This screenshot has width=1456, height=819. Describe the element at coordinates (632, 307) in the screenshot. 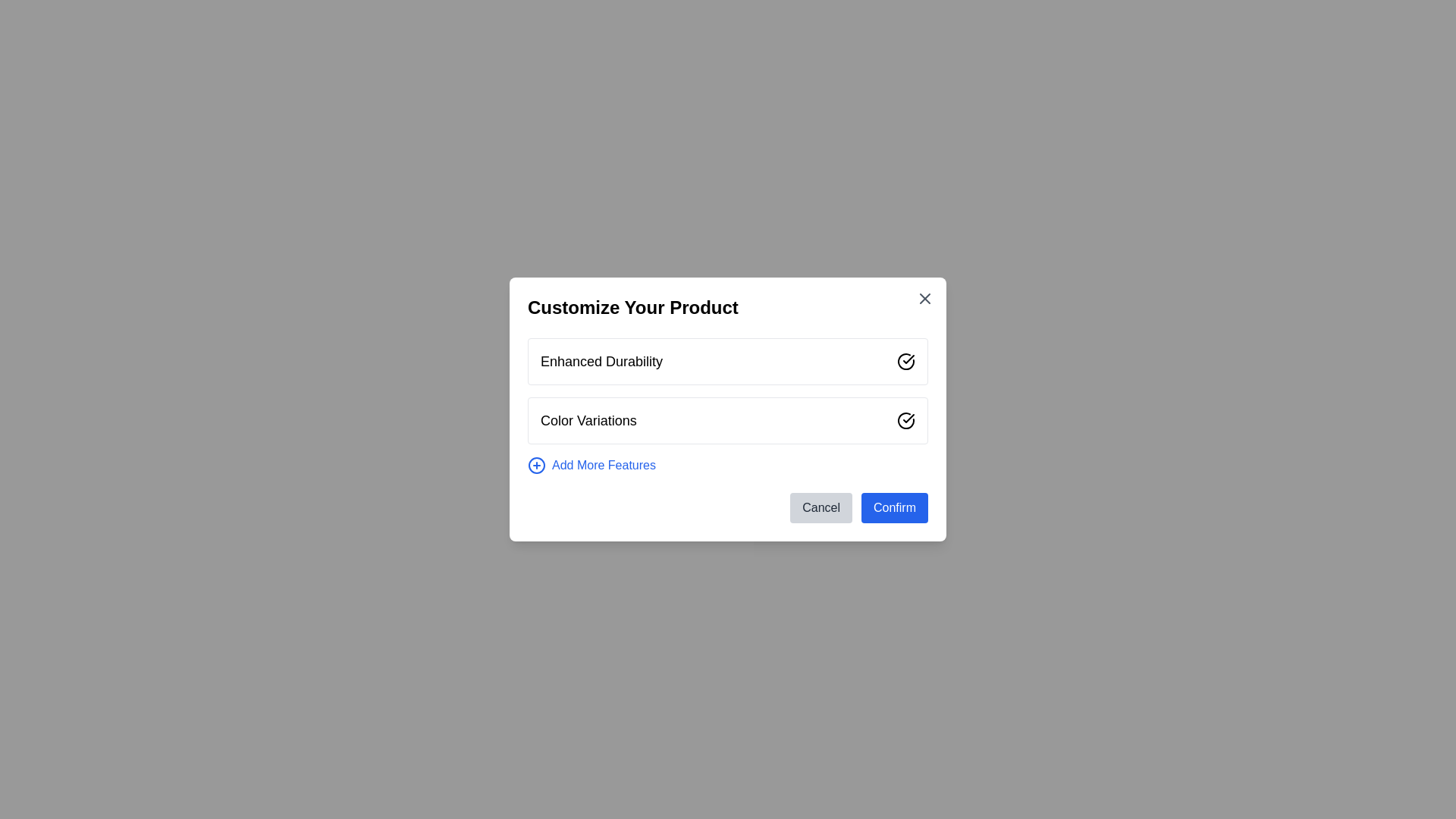

I see `the title text of the modal dialog that informs the user about the content or purpose of the dialog` at that location.